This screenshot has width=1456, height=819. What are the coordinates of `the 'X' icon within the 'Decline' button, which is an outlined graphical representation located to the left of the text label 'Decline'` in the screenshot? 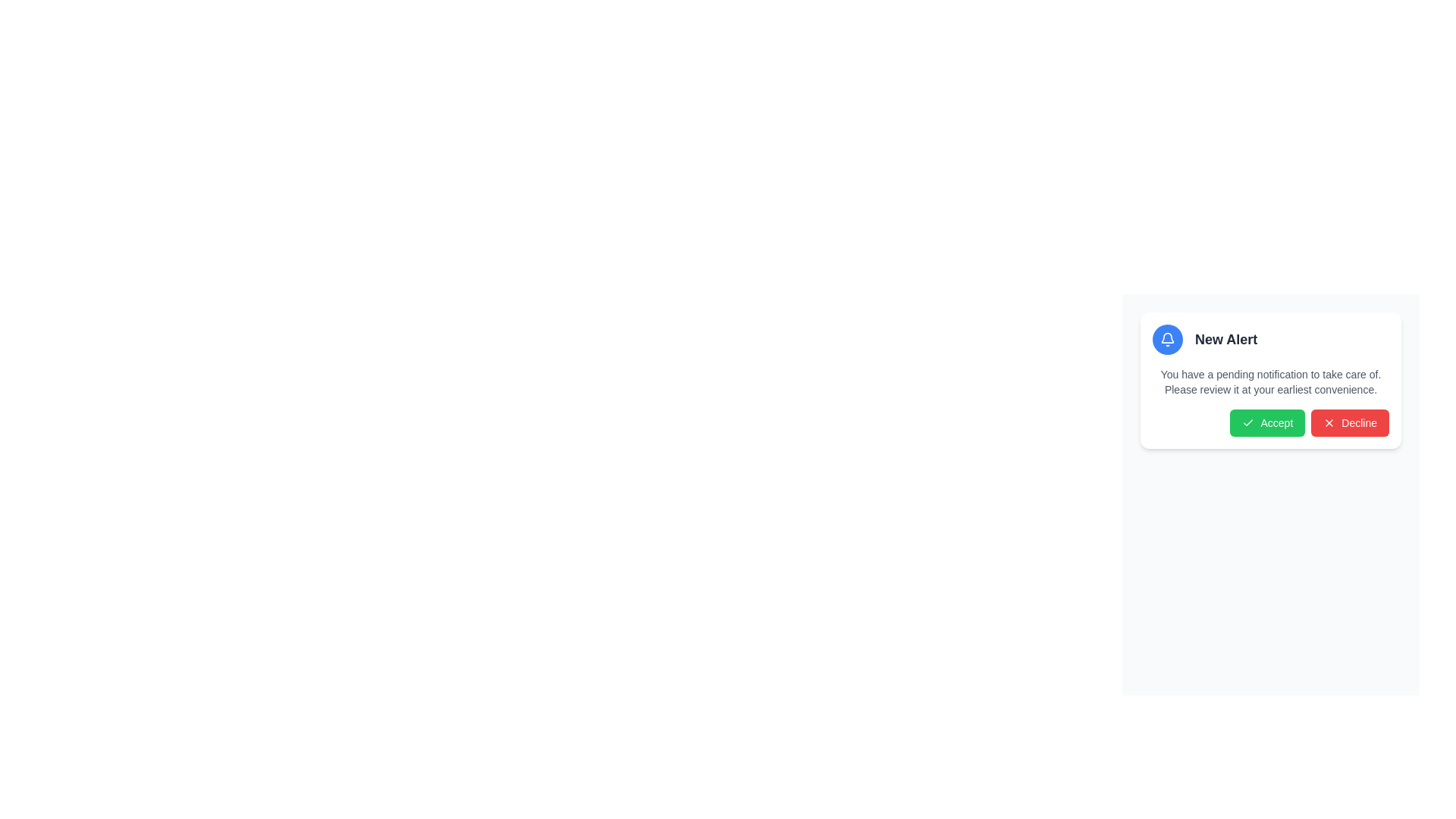 It's located at (1329, 423).